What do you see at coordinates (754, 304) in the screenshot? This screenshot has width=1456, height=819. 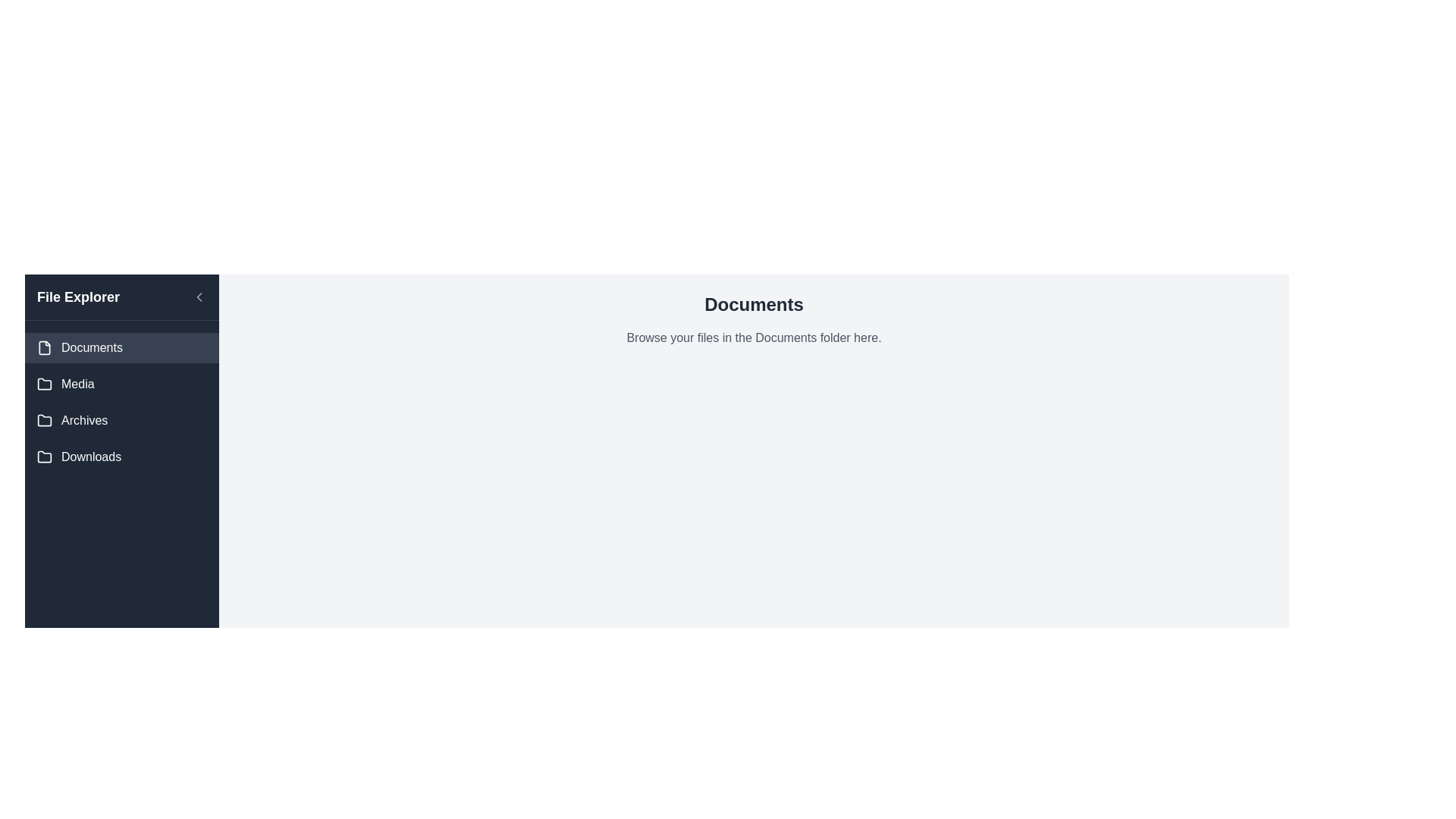 I see `the header text or title label indicating the current context or section related to 'Documents', which is positioned at the top center of the content area` at bounding box center [754, 304].